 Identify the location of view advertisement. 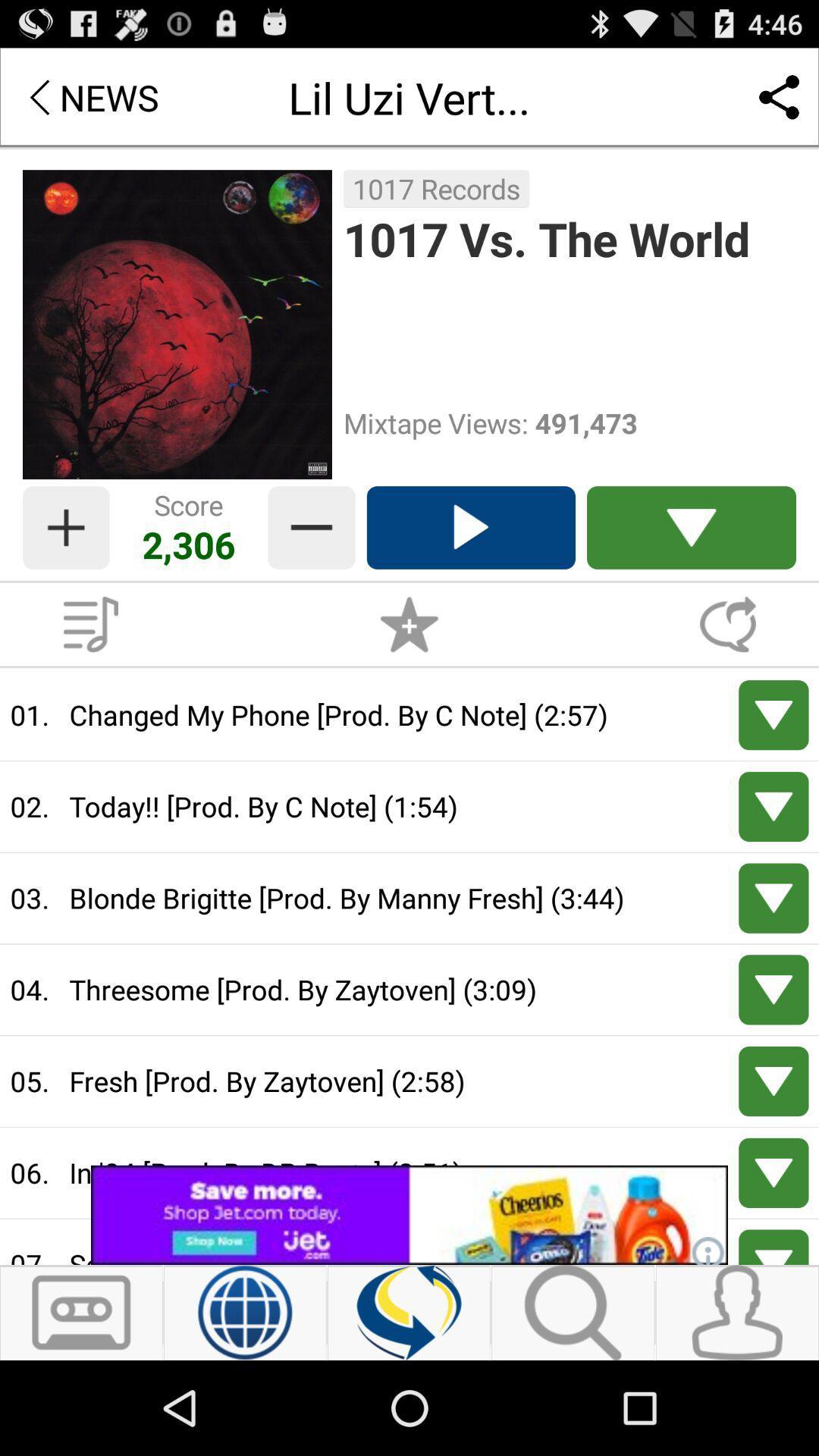
(409, 1215).